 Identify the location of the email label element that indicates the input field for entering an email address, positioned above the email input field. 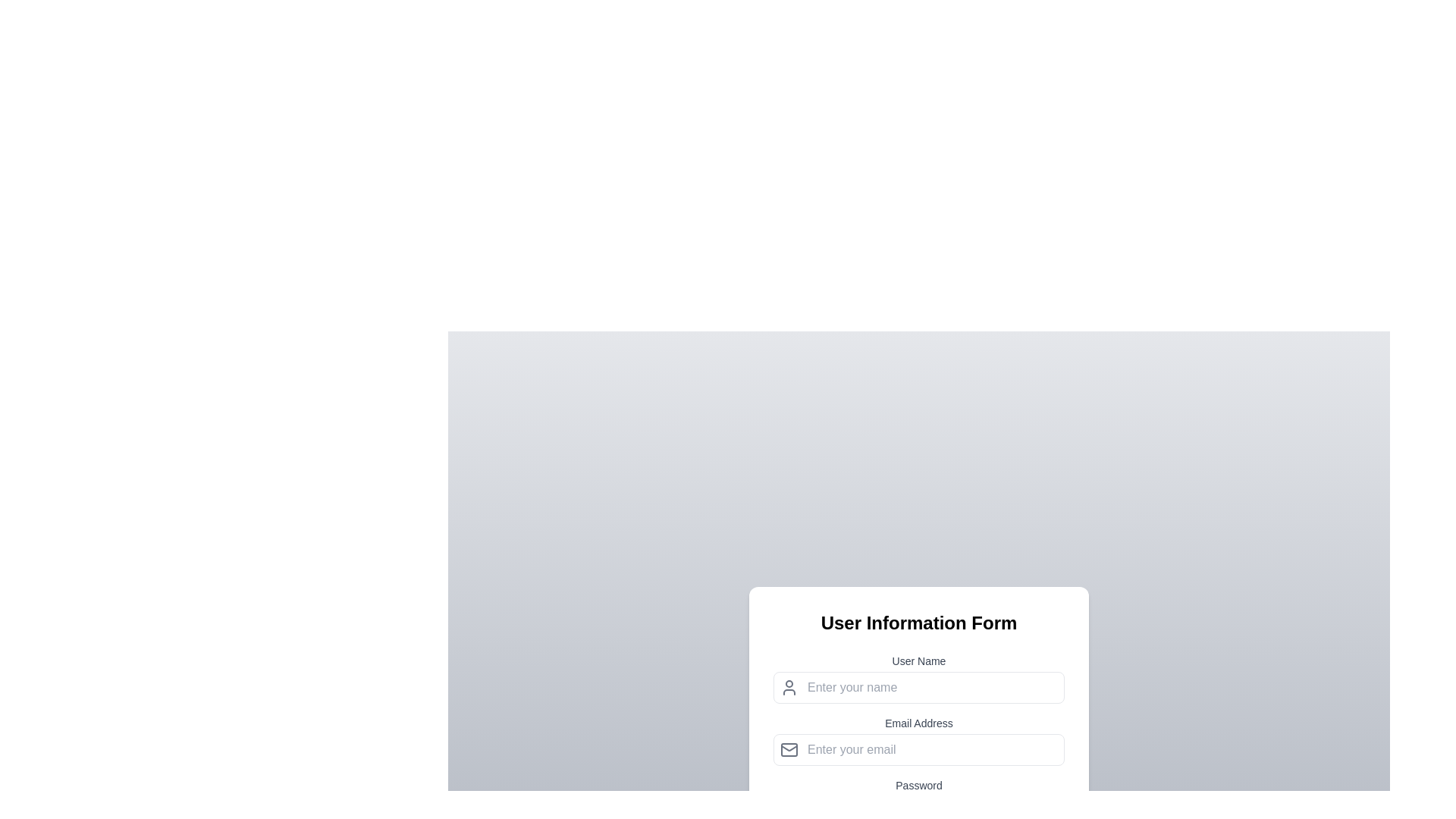
(918, 722).